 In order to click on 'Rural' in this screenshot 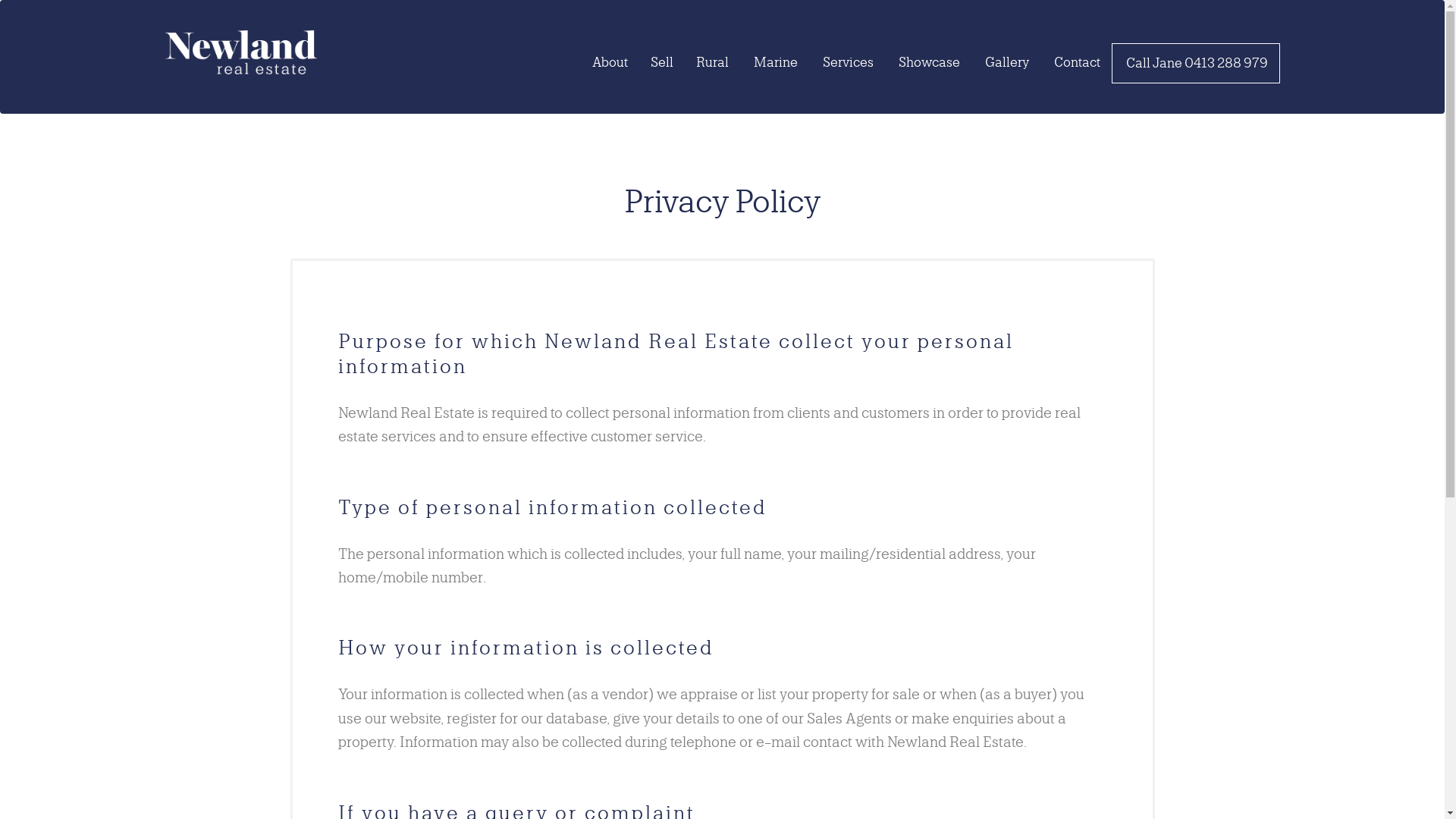, I will do `click(711, 61)`.